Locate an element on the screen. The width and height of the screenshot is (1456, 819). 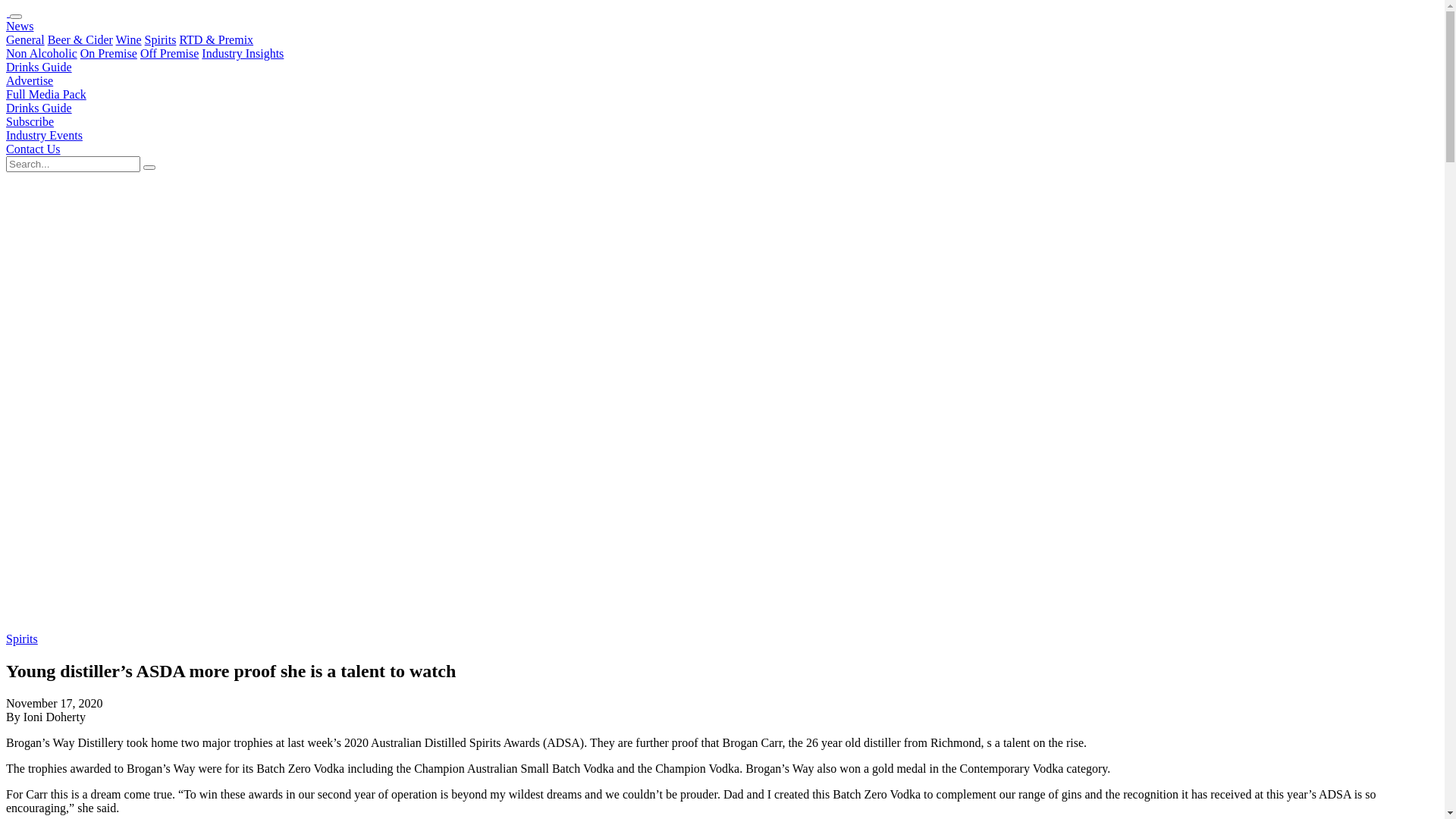
'Spirits' is located at coordinates (160, 39).